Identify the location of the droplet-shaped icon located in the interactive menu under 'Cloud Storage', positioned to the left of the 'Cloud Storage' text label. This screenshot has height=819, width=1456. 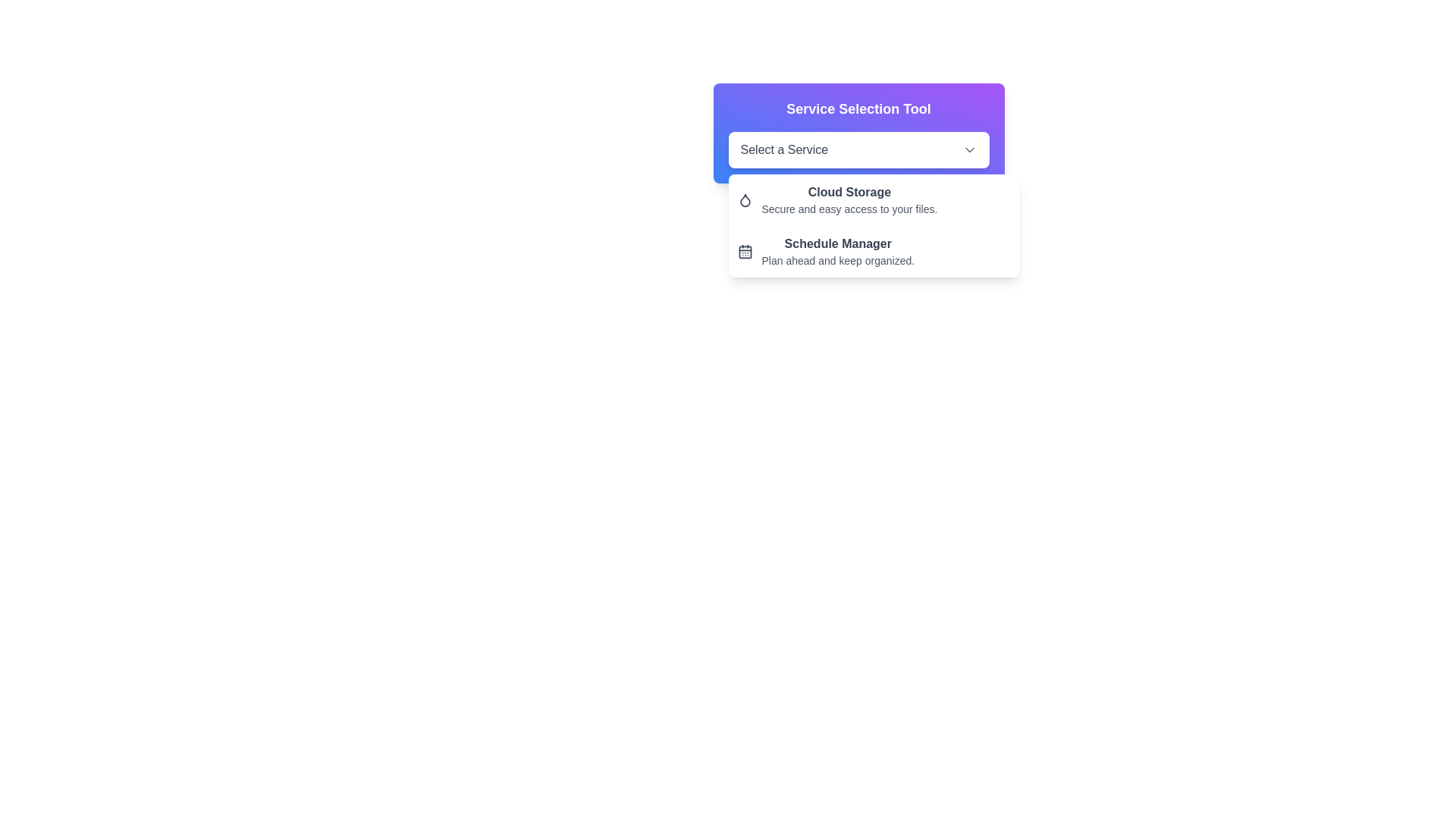
(745, 199).